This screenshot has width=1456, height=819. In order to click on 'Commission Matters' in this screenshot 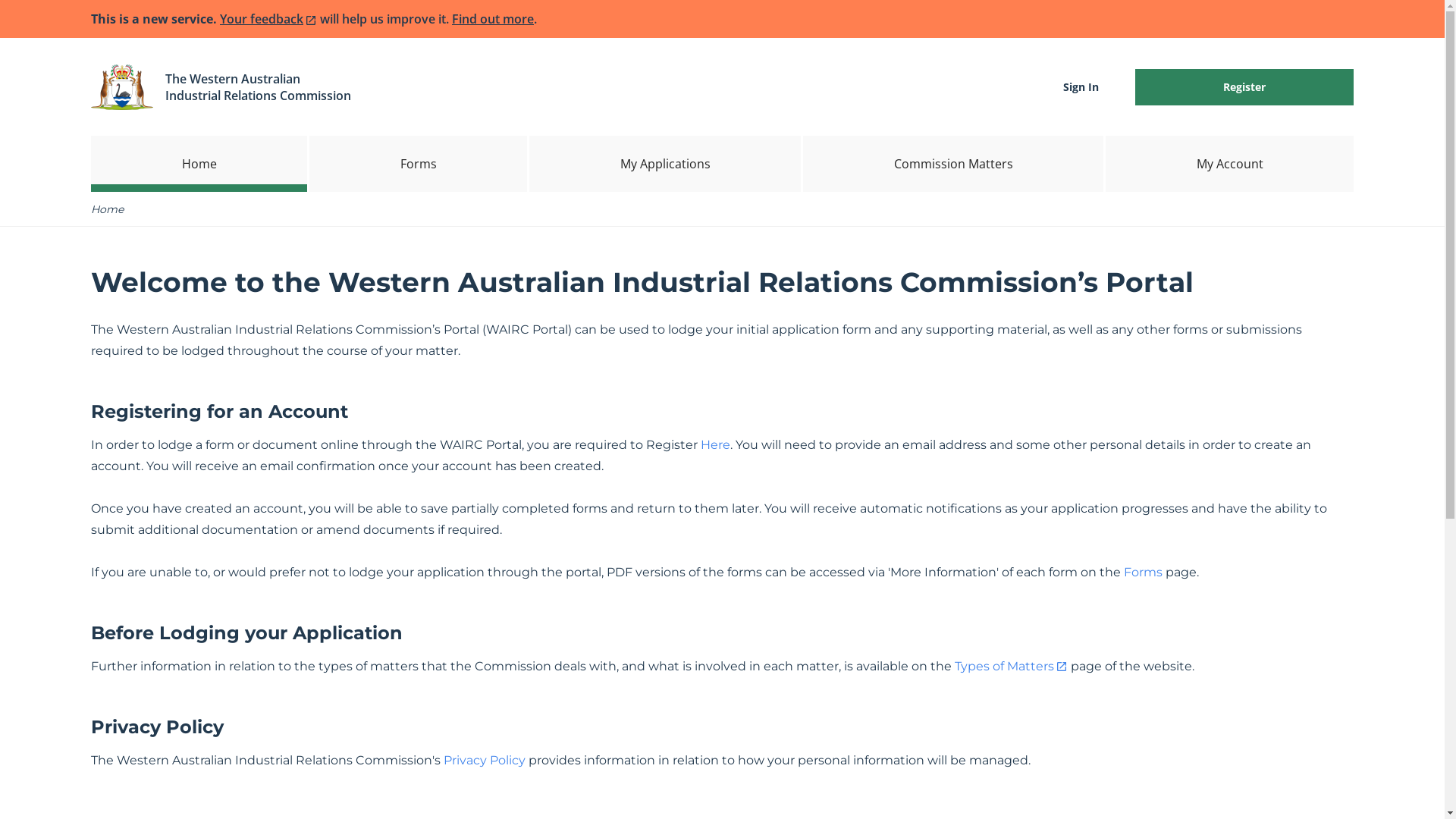, I will do `click(952, 164)`.